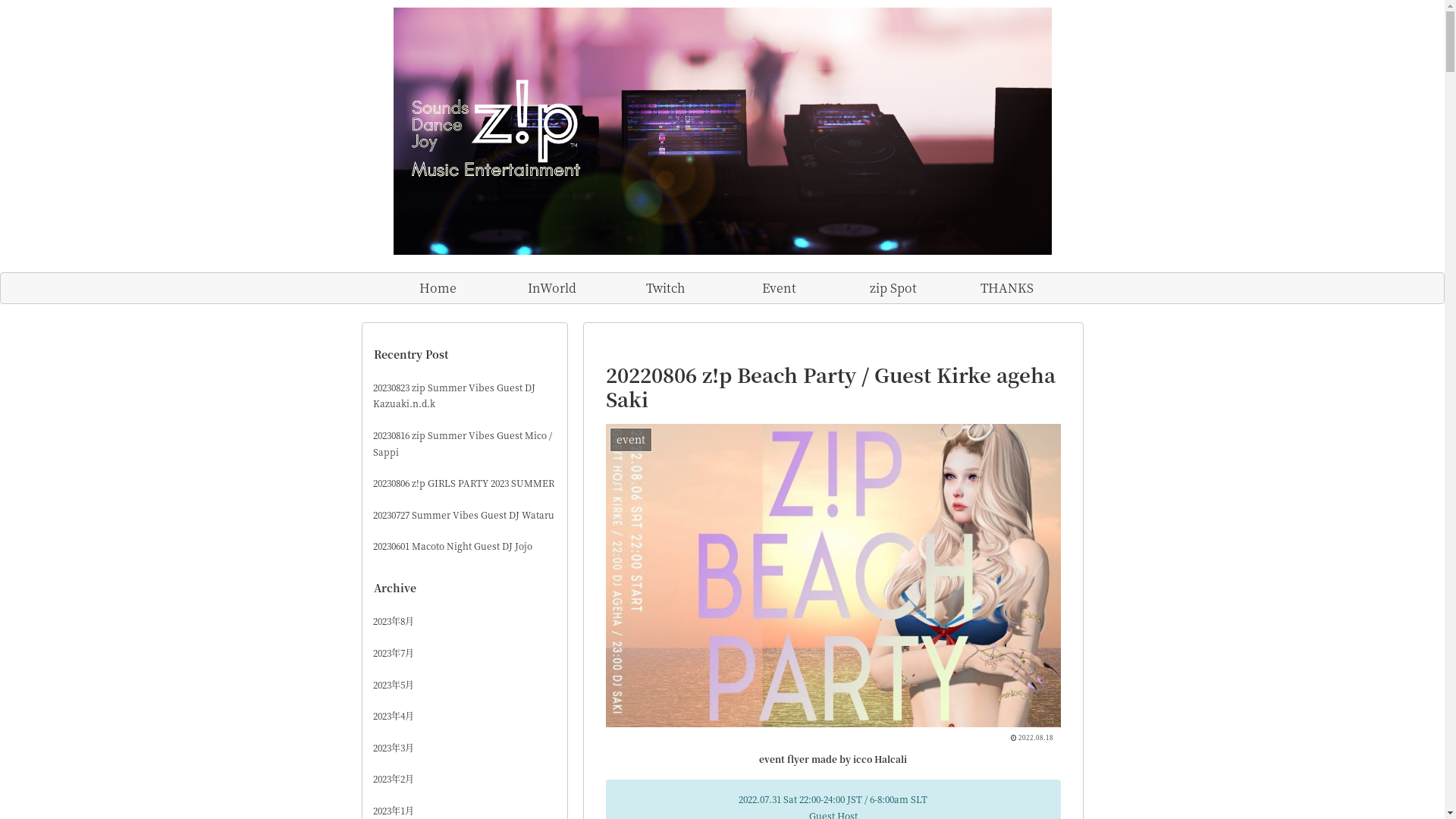 This screenshot has height=819, width=1456. Describe the element at coordinates (665, 288) in the screenshot. I see `'Twitch'` at that location.